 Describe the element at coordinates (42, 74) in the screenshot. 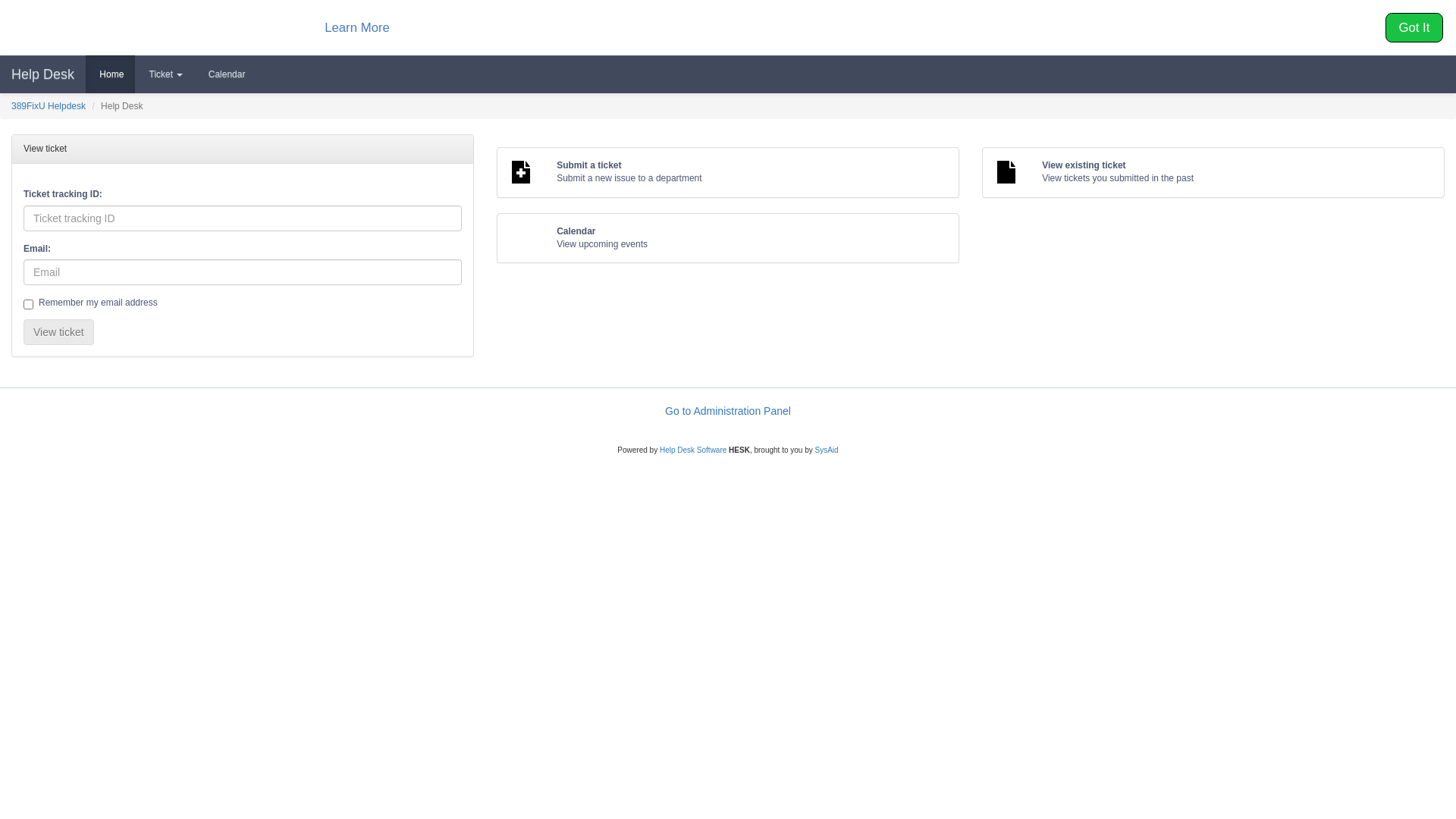

I see `'Help Desk'` at that location.